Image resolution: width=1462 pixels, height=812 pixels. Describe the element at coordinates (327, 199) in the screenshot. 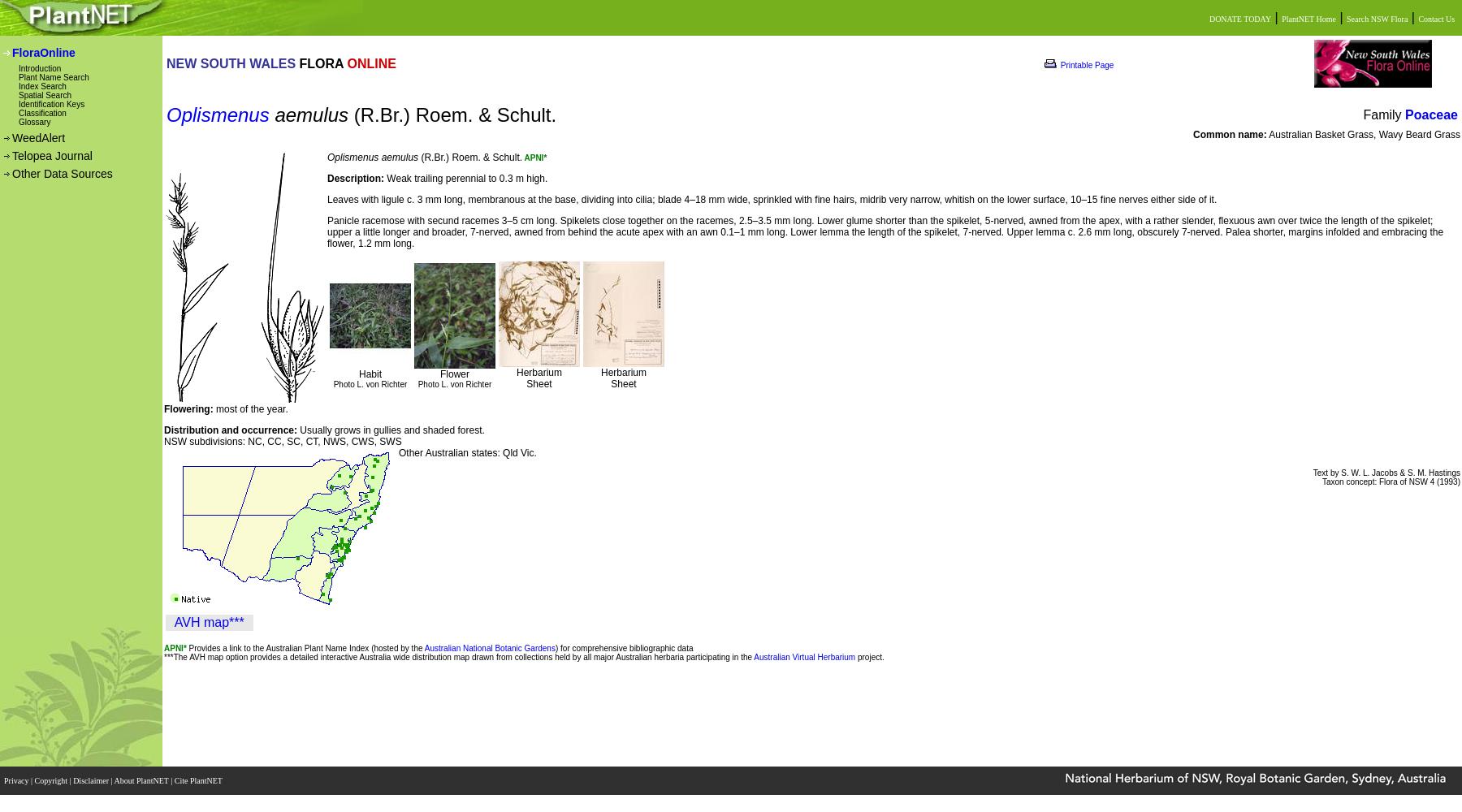

I see `'Leaves with ligule c. 3 mm long, membranous at the base, dividing into cilia; blade 4–18 mm wide, sprinkled with fine hairs, midrib very narrow, whitish on the lower surface, 10–15 fine nerves either side of it.'` at that location.